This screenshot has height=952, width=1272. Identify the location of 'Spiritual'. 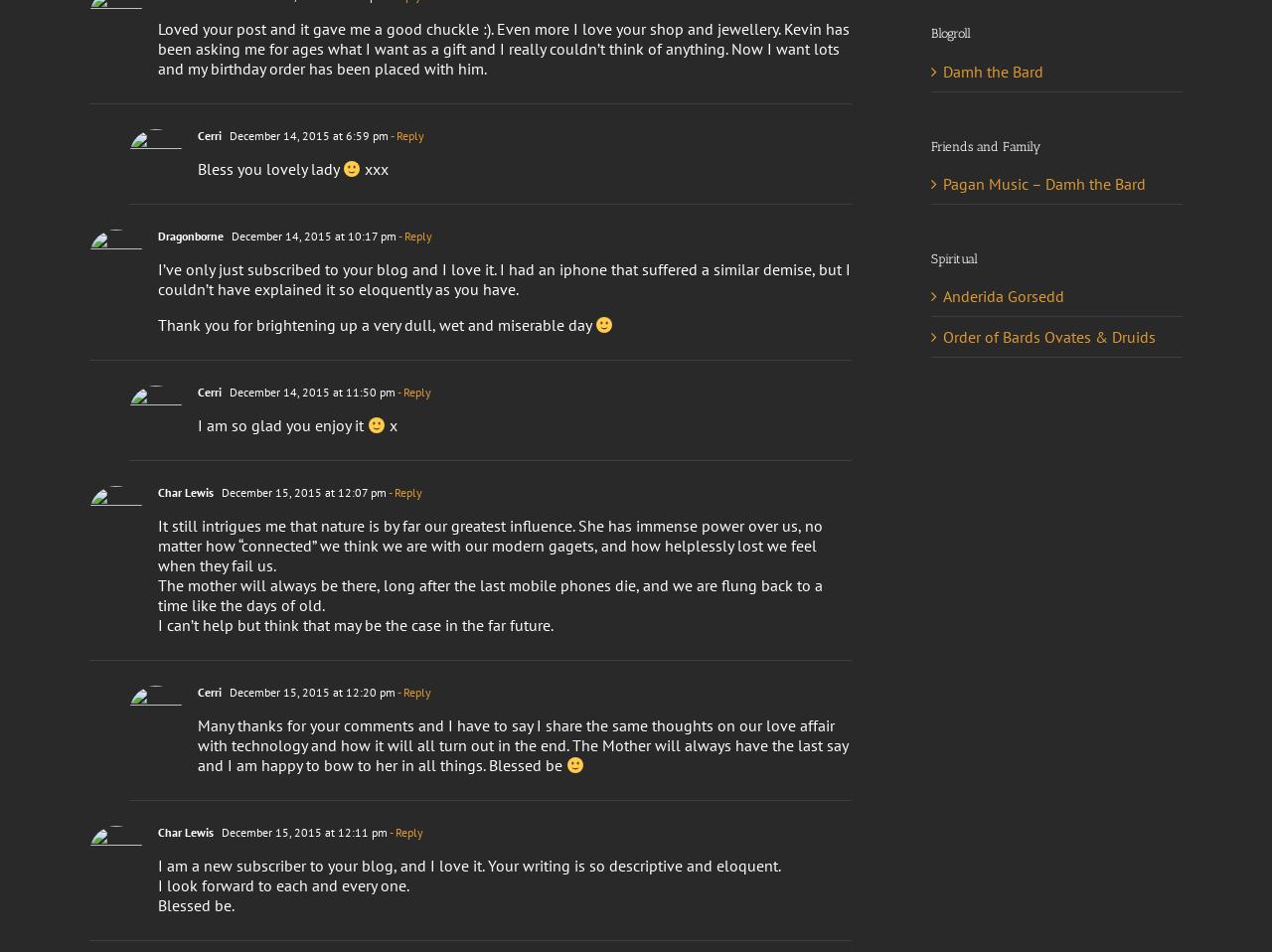
(954, 257).